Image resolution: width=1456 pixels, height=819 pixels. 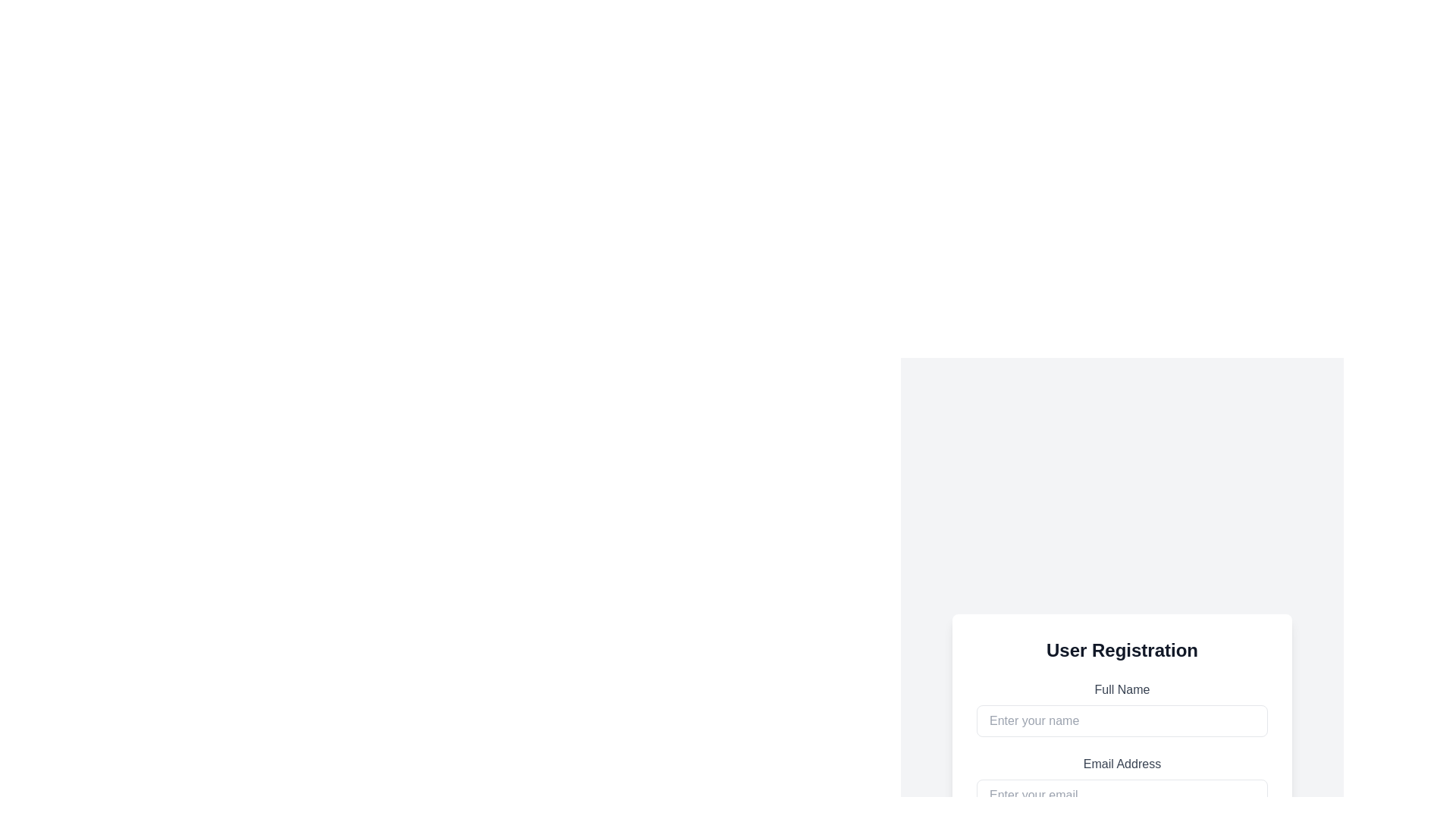 I want to click on the text label reading 'Email Address', which is styled with gray text color and bold font, located above the email input field in the 'User Registration' form, so click(x=1122, y=764).